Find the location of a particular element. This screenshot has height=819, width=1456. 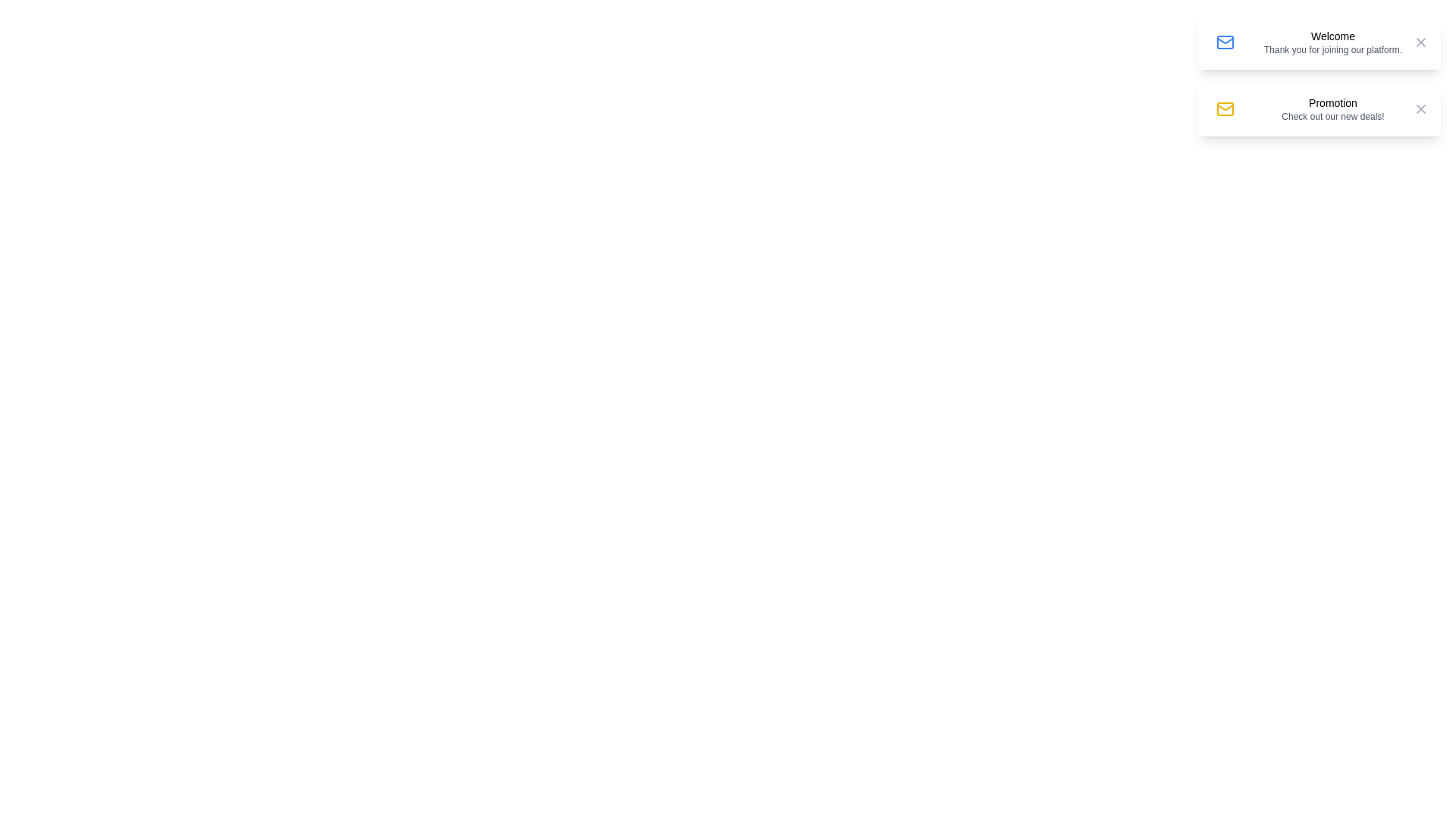

the SVG line that forms part of the 'X' close button in the top-right corner of the 'Welcome' notification card is located at coordinates (1420, 42).